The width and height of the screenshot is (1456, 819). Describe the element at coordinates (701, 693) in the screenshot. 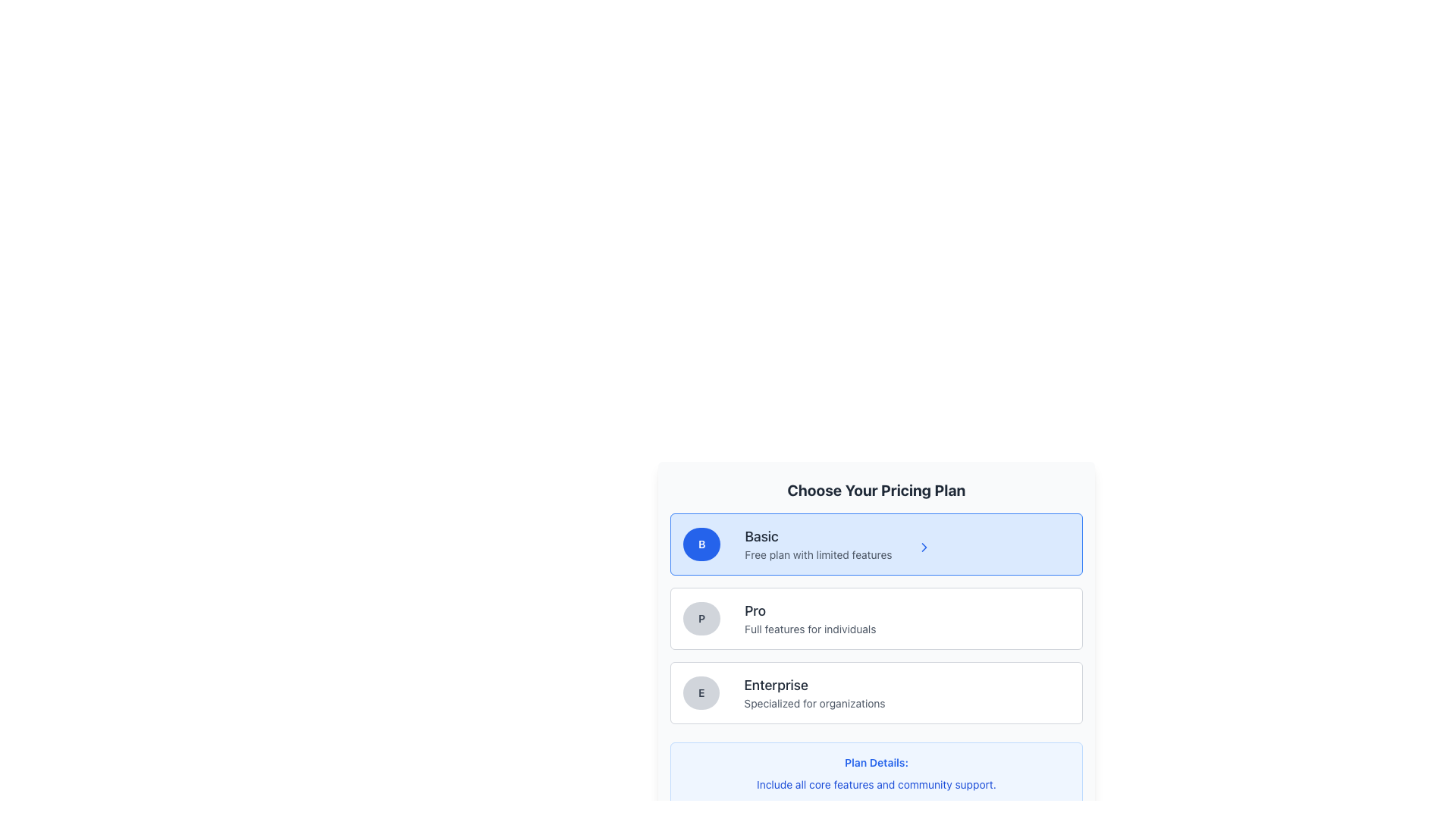

I see `the 'Enterprise' plan Badge located on the pricing plan selection interface, identified by its position at the leftmost side of the third option, next to the text 'Enterprise Specialized for organizations'` at that location.